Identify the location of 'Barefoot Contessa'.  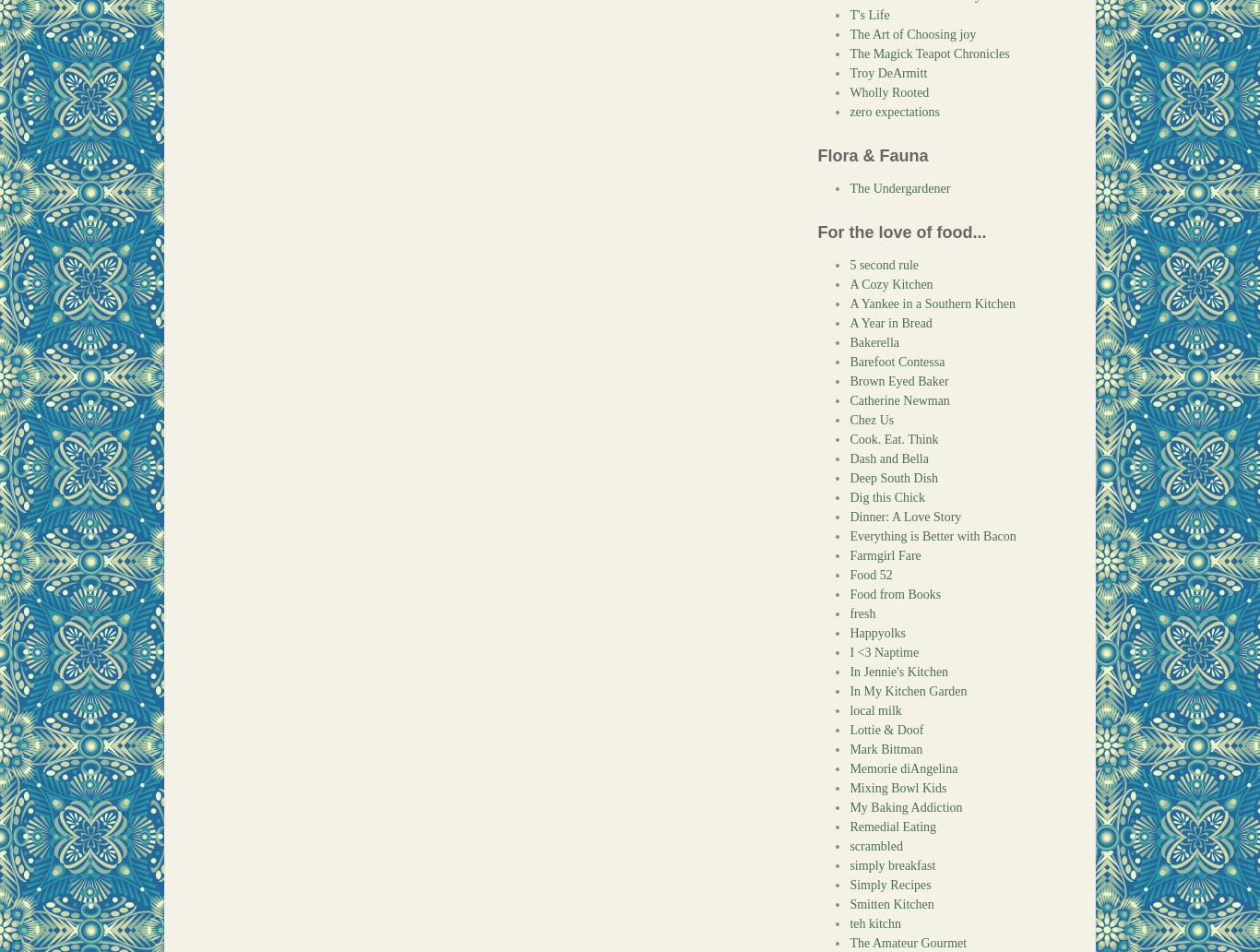
(897, 361).